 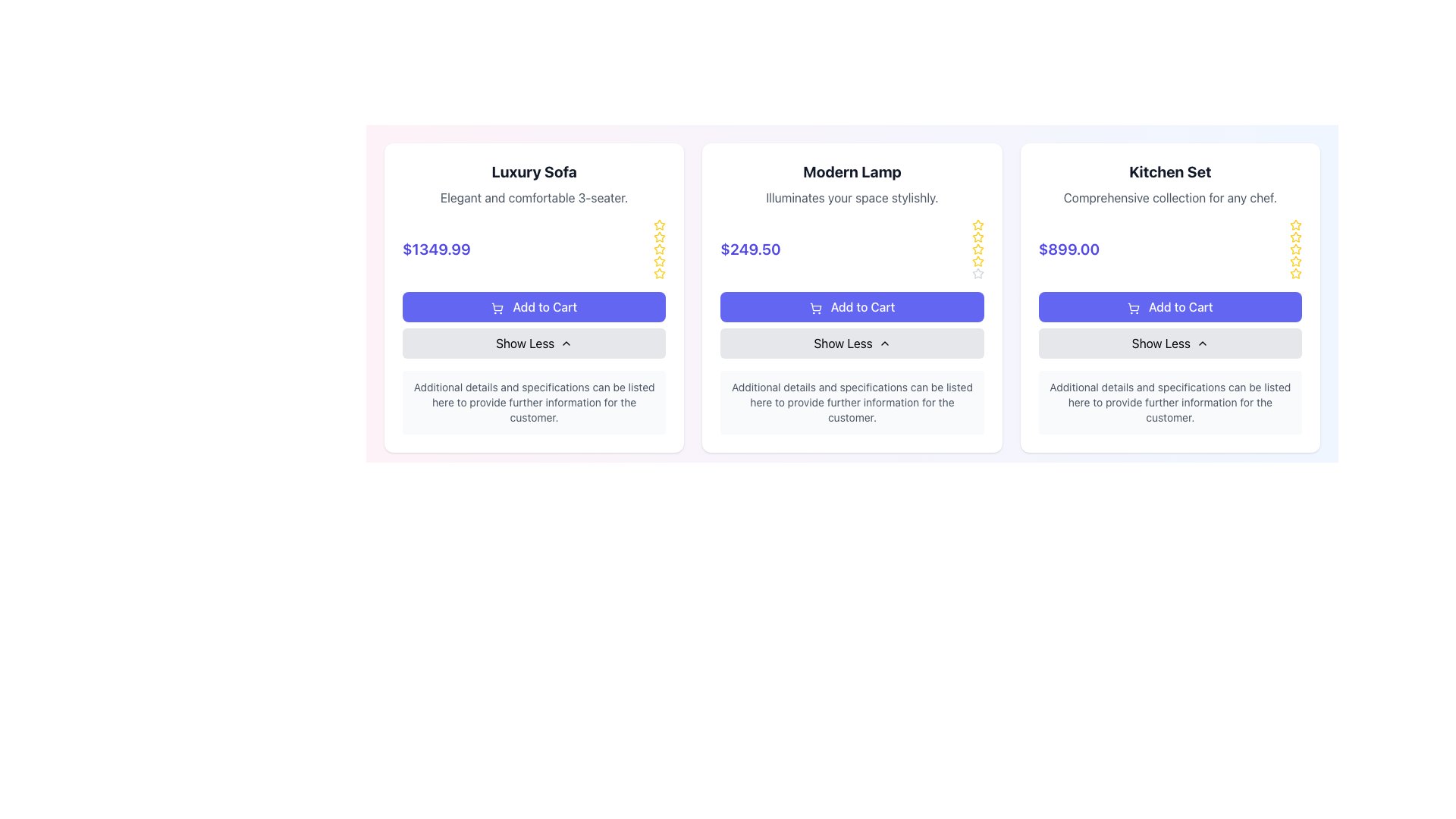 What do you see at coordinates (977, 237) in the screenshot?
I see `the third star icon in the five-star rating system for the product 'Modern Lamp' to indicate its current rating level` at bounding box center [977, 237].